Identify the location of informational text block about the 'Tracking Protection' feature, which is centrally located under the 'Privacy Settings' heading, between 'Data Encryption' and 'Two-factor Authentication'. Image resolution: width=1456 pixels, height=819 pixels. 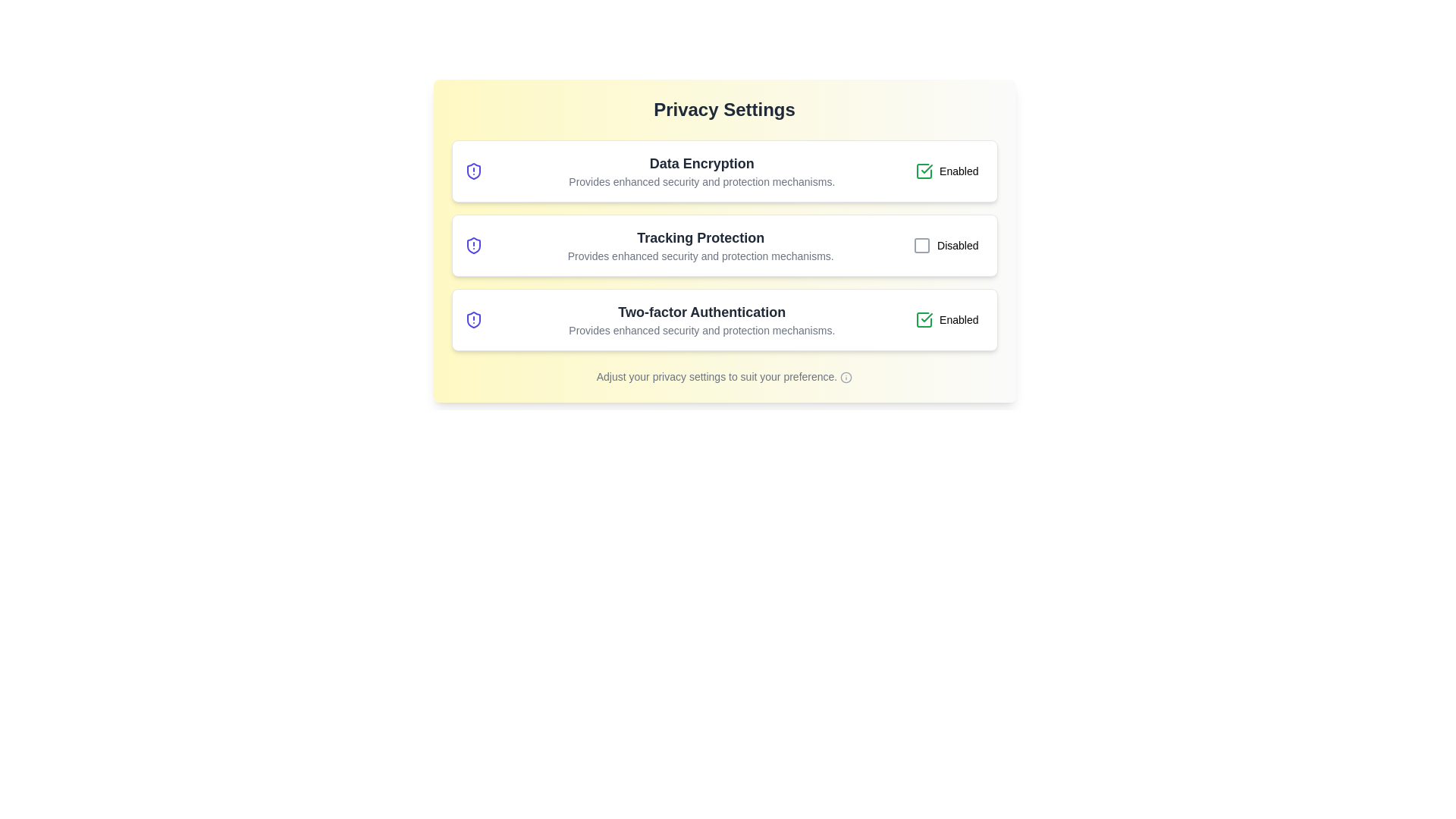
(700, 245).